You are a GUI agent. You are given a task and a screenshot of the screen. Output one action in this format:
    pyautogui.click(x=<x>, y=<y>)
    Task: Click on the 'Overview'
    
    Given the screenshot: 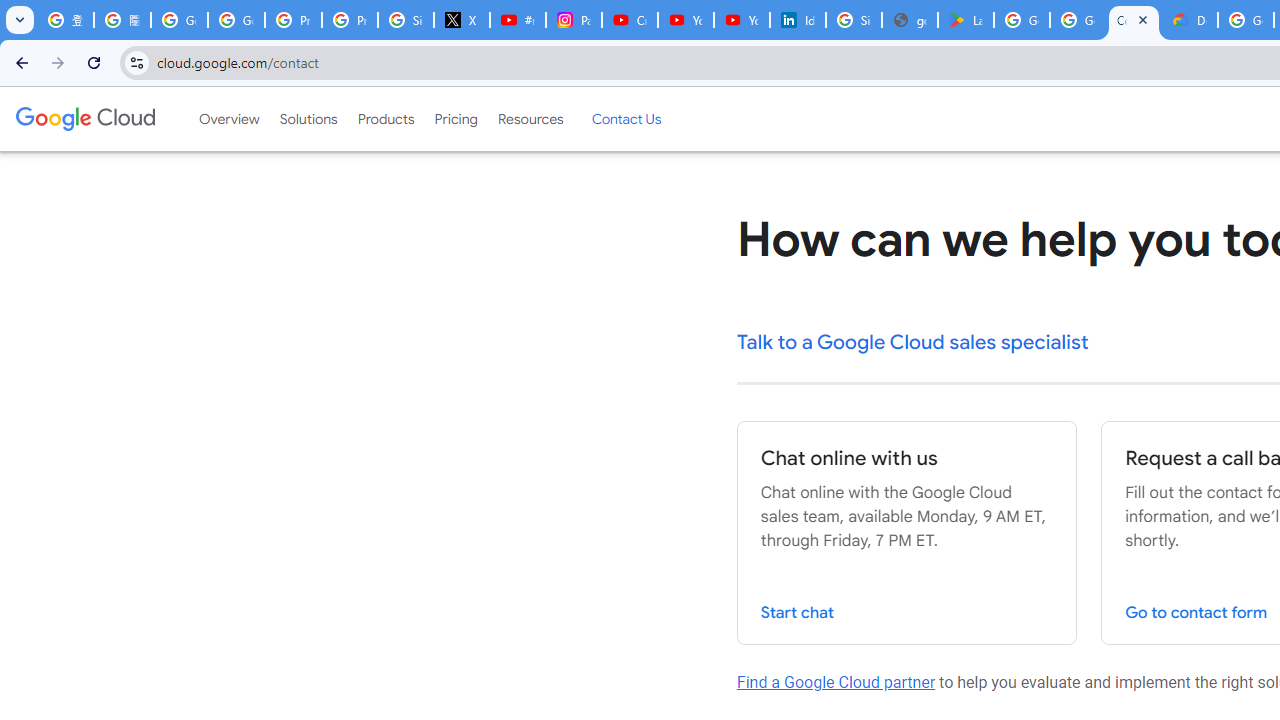 What is the action you would take?
    pyautogui.click(x=229, y=119)
    